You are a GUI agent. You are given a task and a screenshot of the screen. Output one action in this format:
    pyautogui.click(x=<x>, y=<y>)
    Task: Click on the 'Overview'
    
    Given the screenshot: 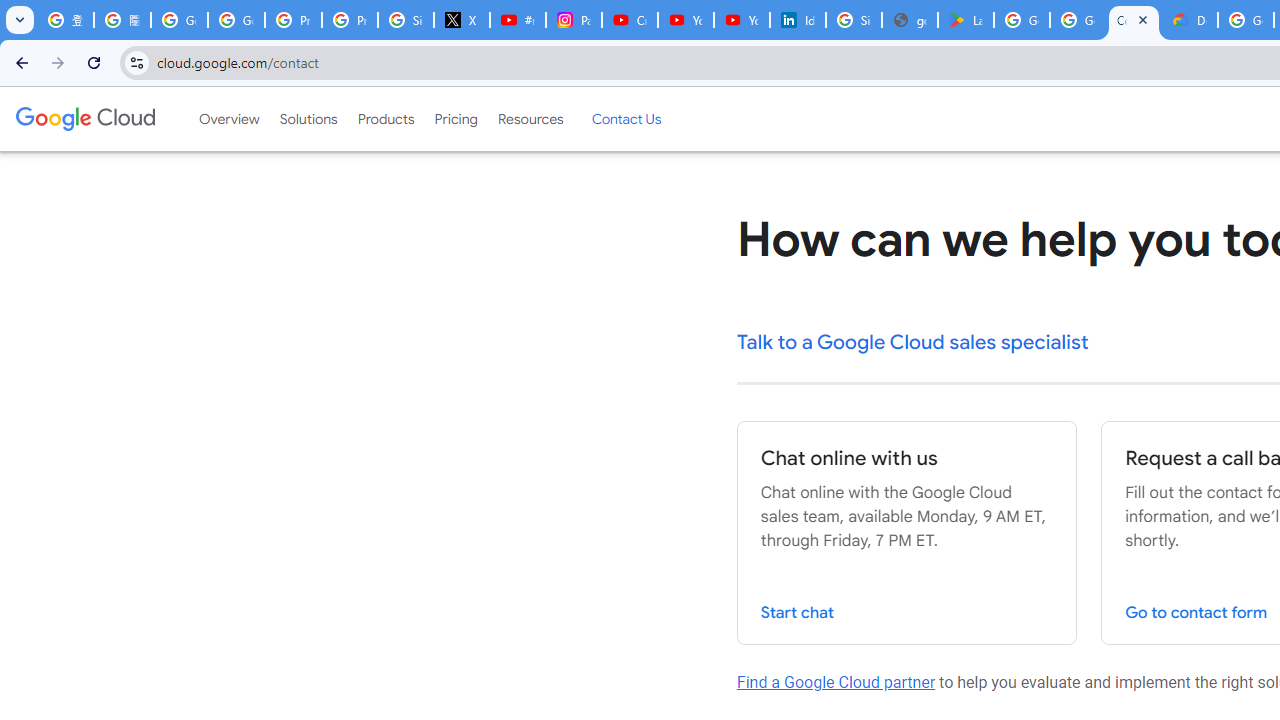 What is the action you would take?
    pyautogui.click(x=229, y=119)
    